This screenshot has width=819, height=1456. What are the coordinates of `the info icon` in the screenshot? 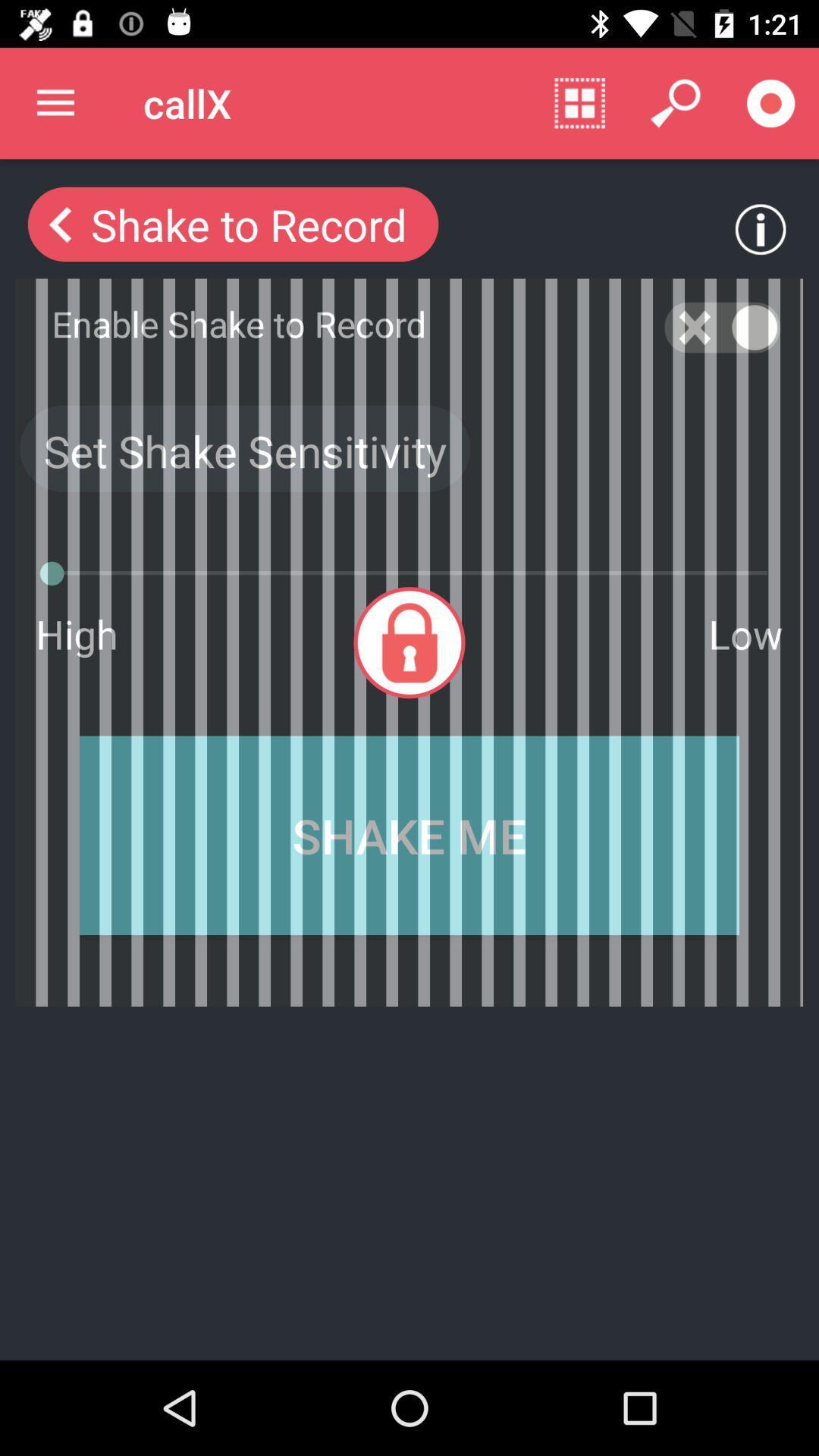 It's located at (770, 206).